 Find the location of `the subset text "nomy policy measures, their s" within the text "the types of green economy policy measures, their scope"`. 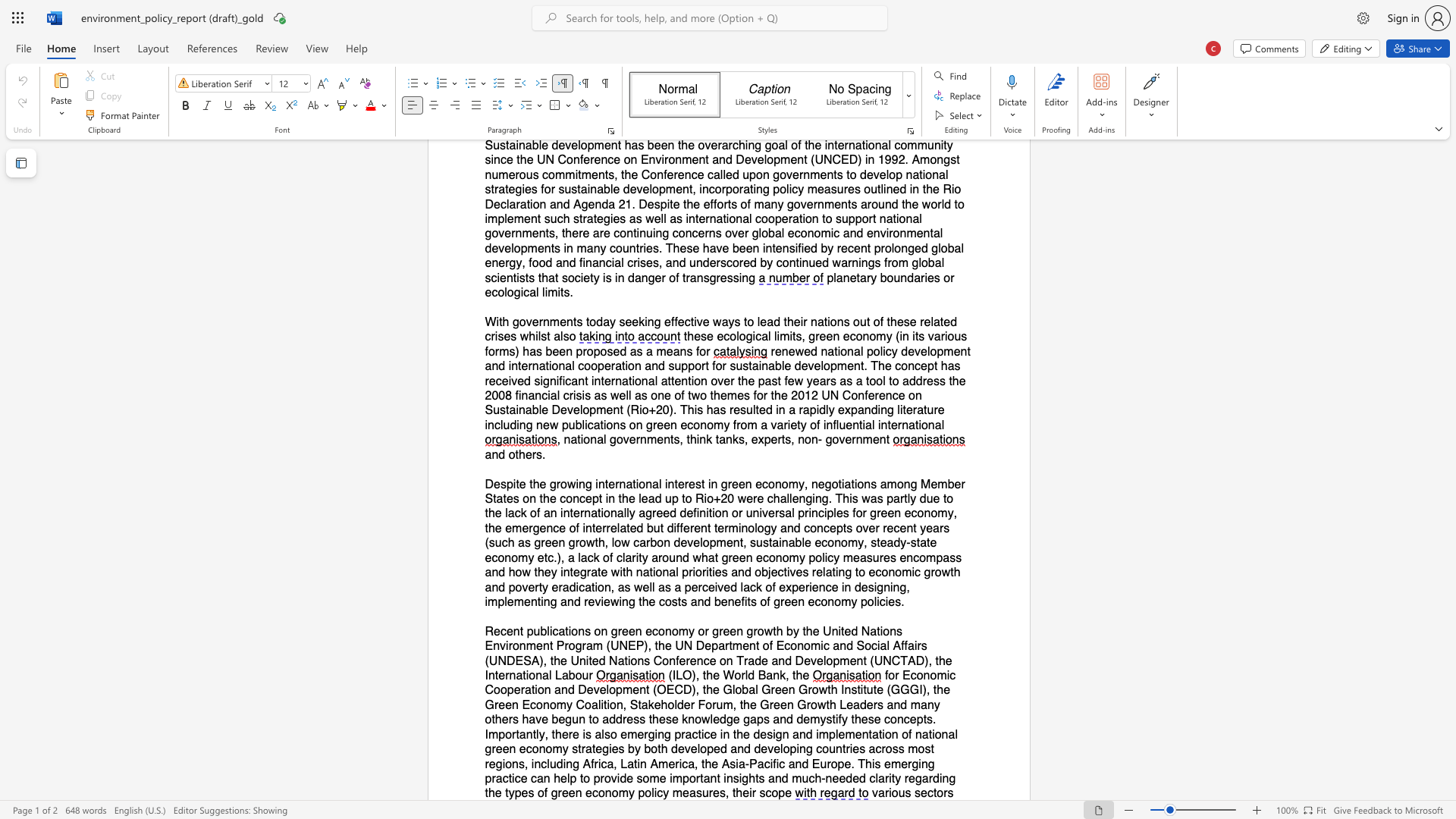

the subset text "nomy policy measures, their s" within the text "the types of green economy policy measures, their scope" is located at coordinates (604, 792).